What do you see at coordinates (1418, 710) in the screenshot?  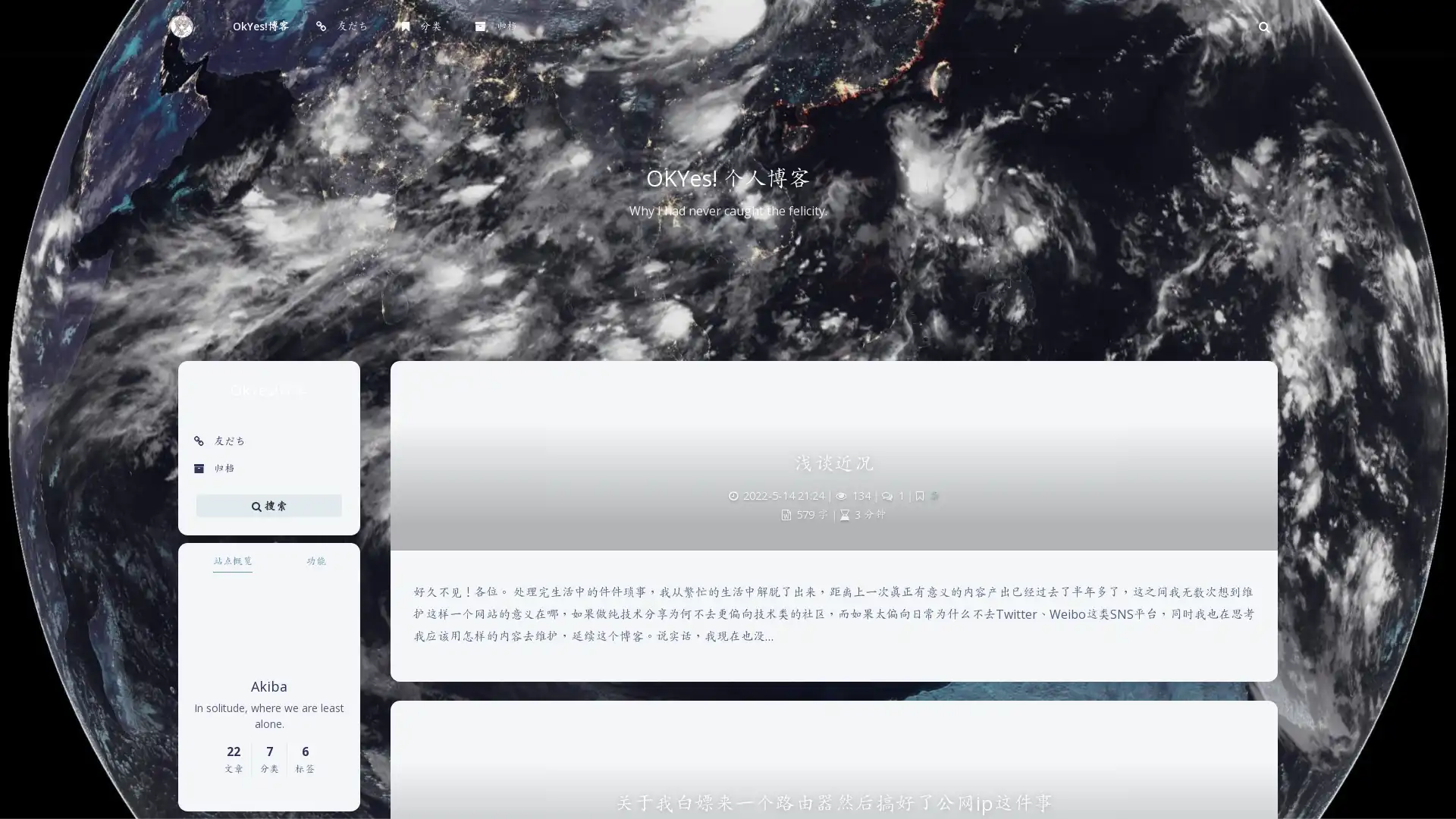 I see `Back To Top` at bounding box center [1418, 710].